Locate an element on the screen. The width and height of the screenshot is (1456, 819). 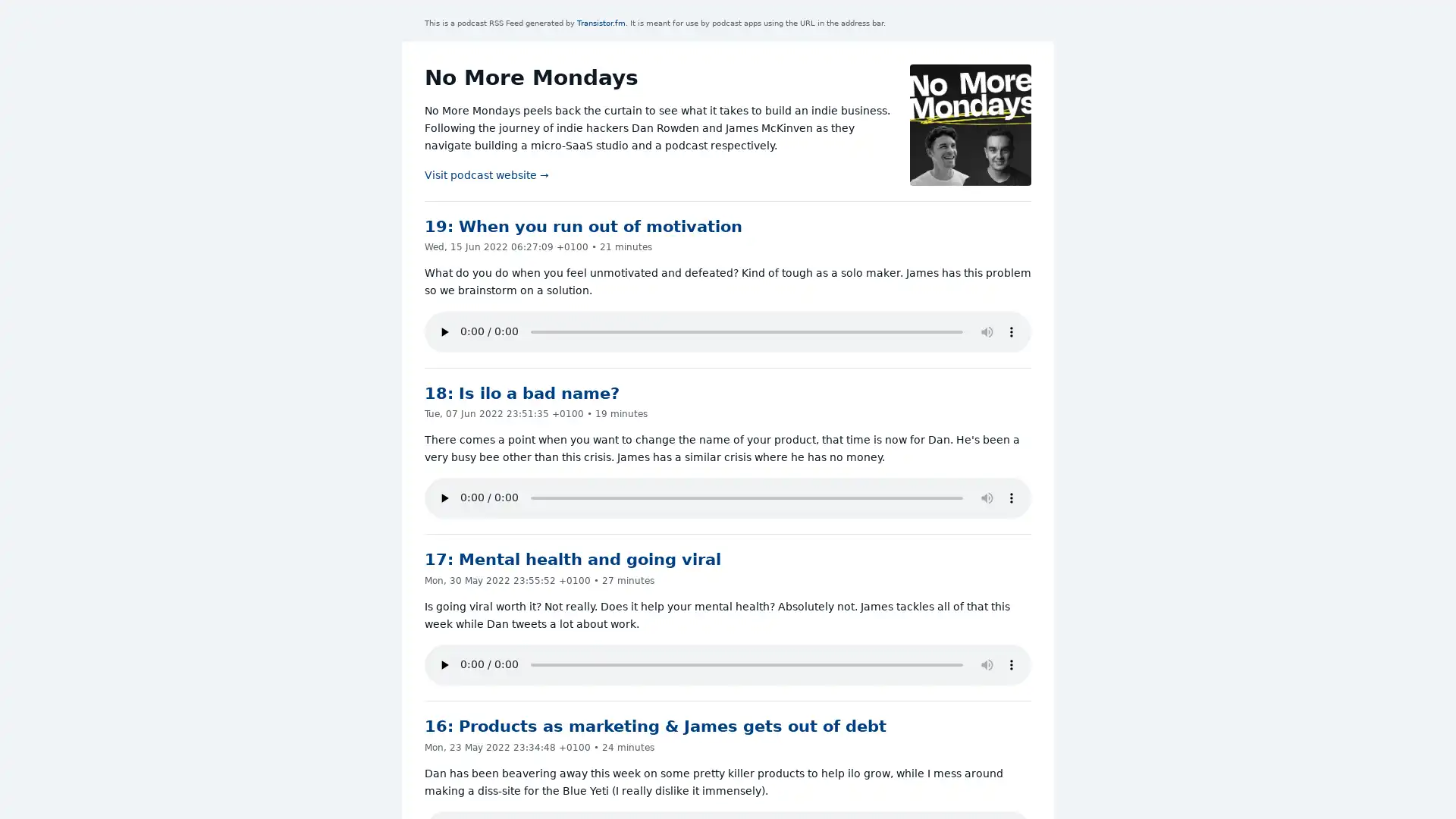
play is located at coordinates (443, 664).